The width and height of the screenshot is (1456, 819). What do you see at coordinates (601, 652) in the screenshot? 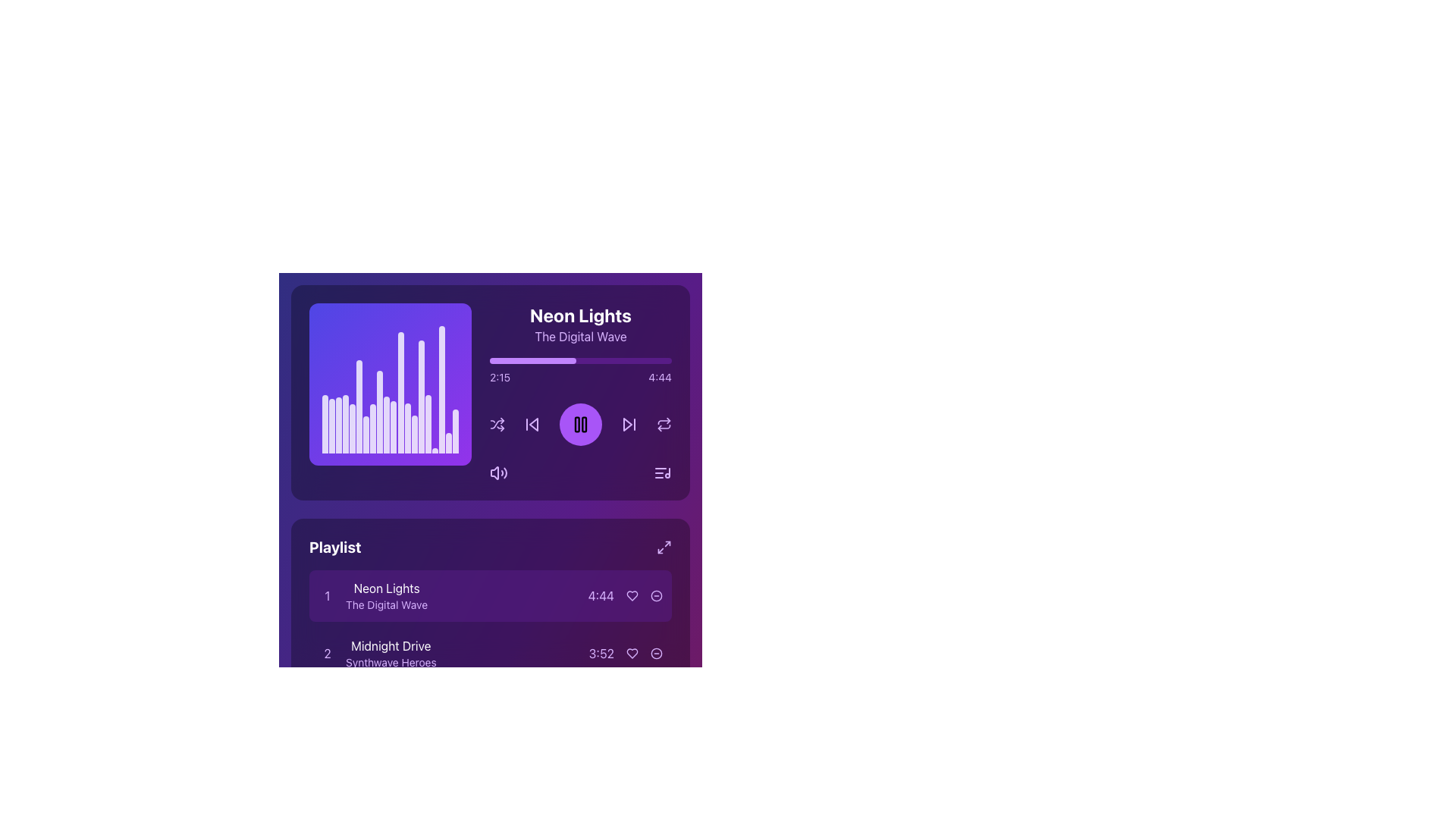
I see `the duration text label for the song 'Midnight Drive', which is located in the bottom-right corner of the 'Playlist' section` at bounding box center [601, 652].